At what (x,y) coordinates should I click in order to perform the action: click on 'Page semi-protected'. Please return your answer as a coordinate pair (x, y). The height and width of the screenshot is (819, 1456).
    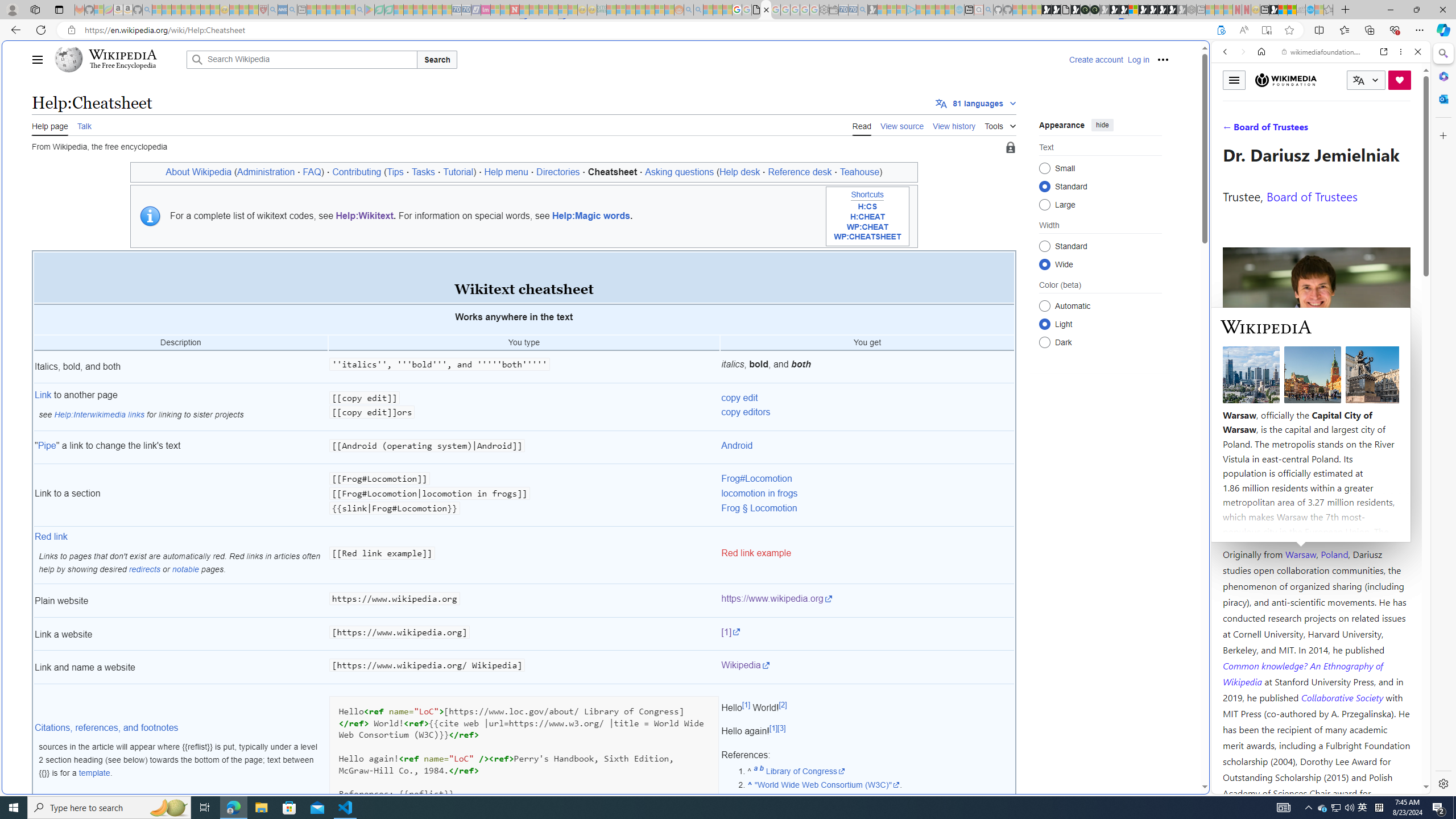
    Looking at the image, I should click on (1010, 147).